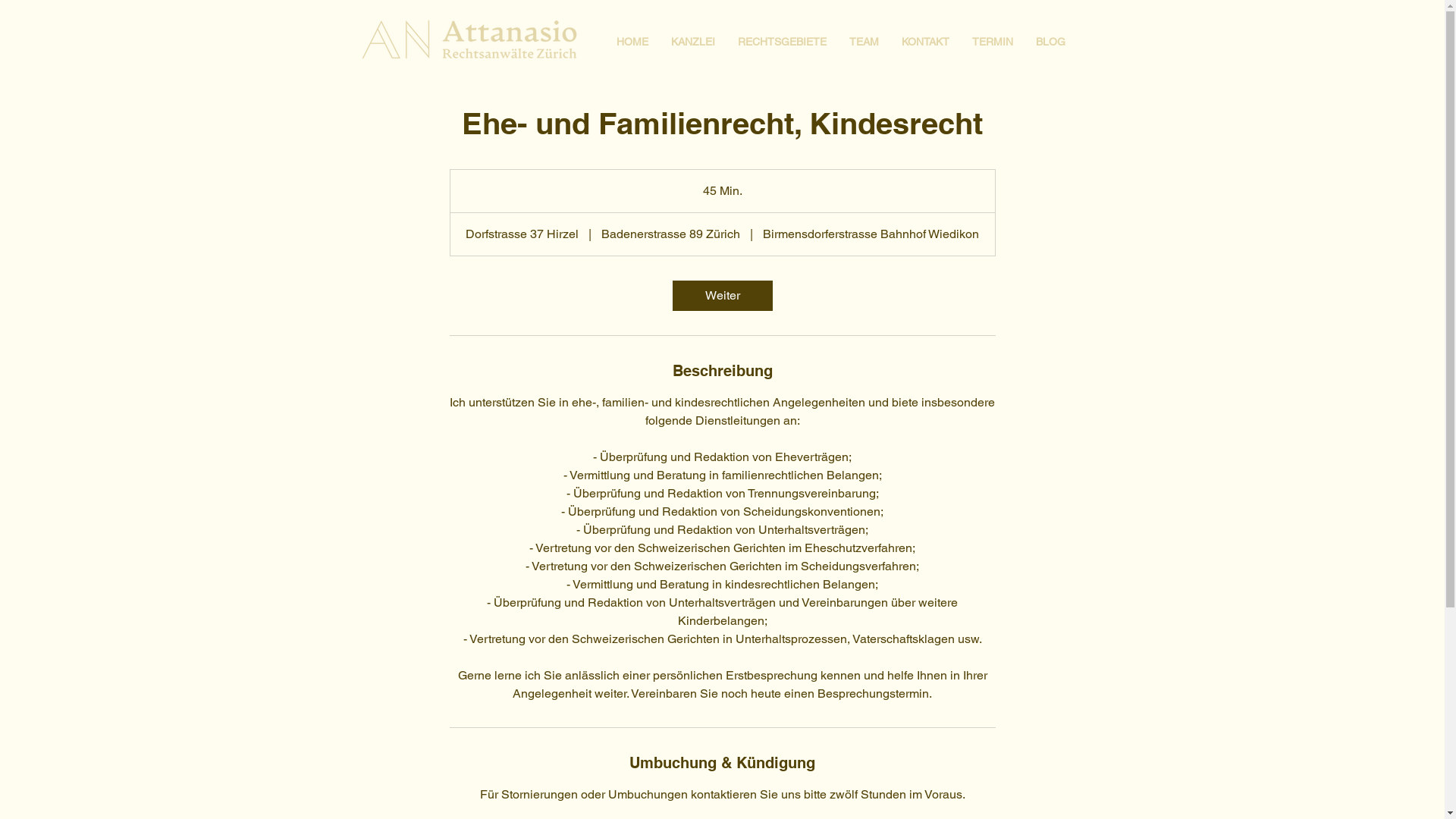  I want to click on 'BLOG', so click(1049, 39).